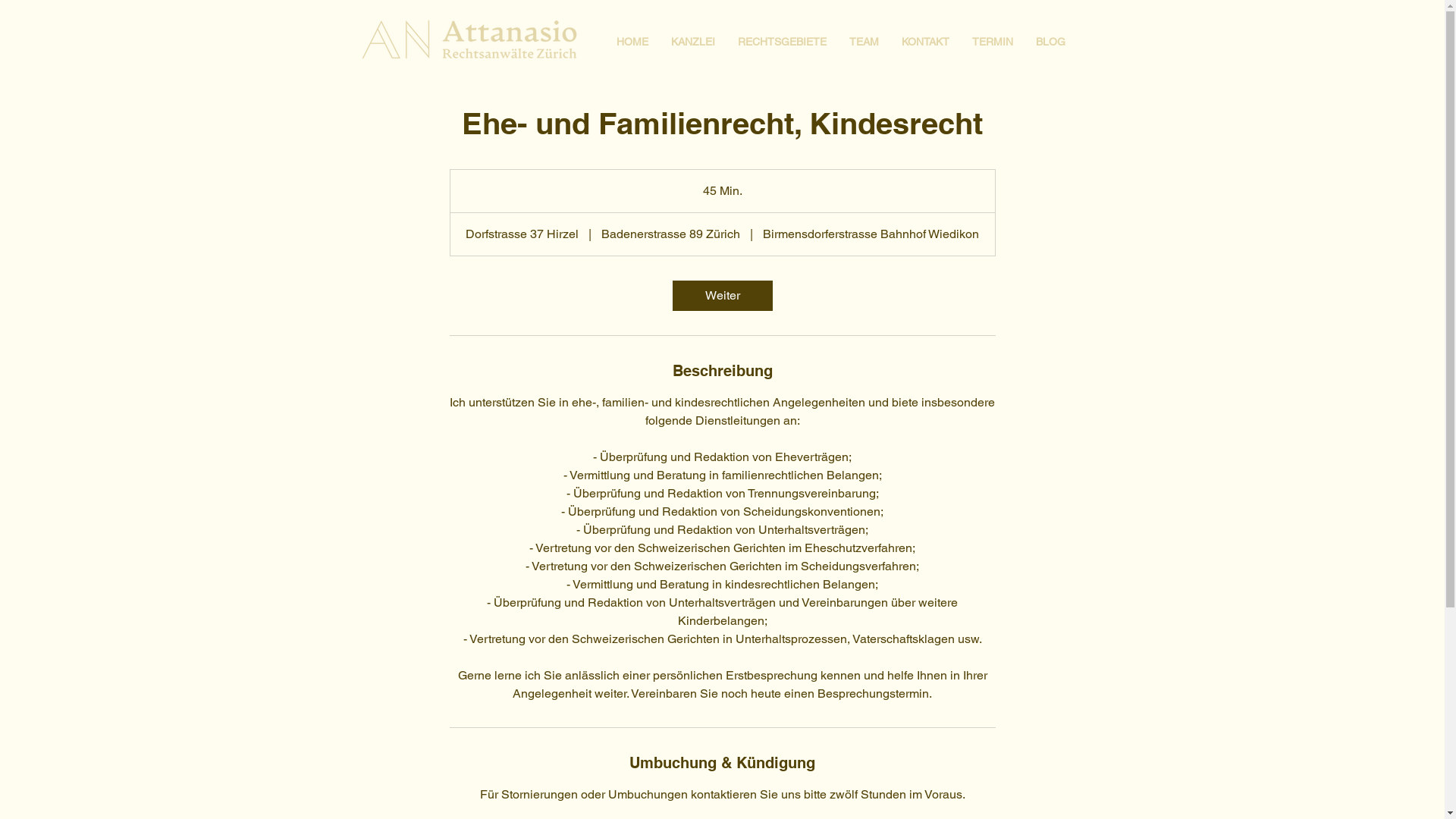  I want to click on 'BLOG', so click(1049, 39).